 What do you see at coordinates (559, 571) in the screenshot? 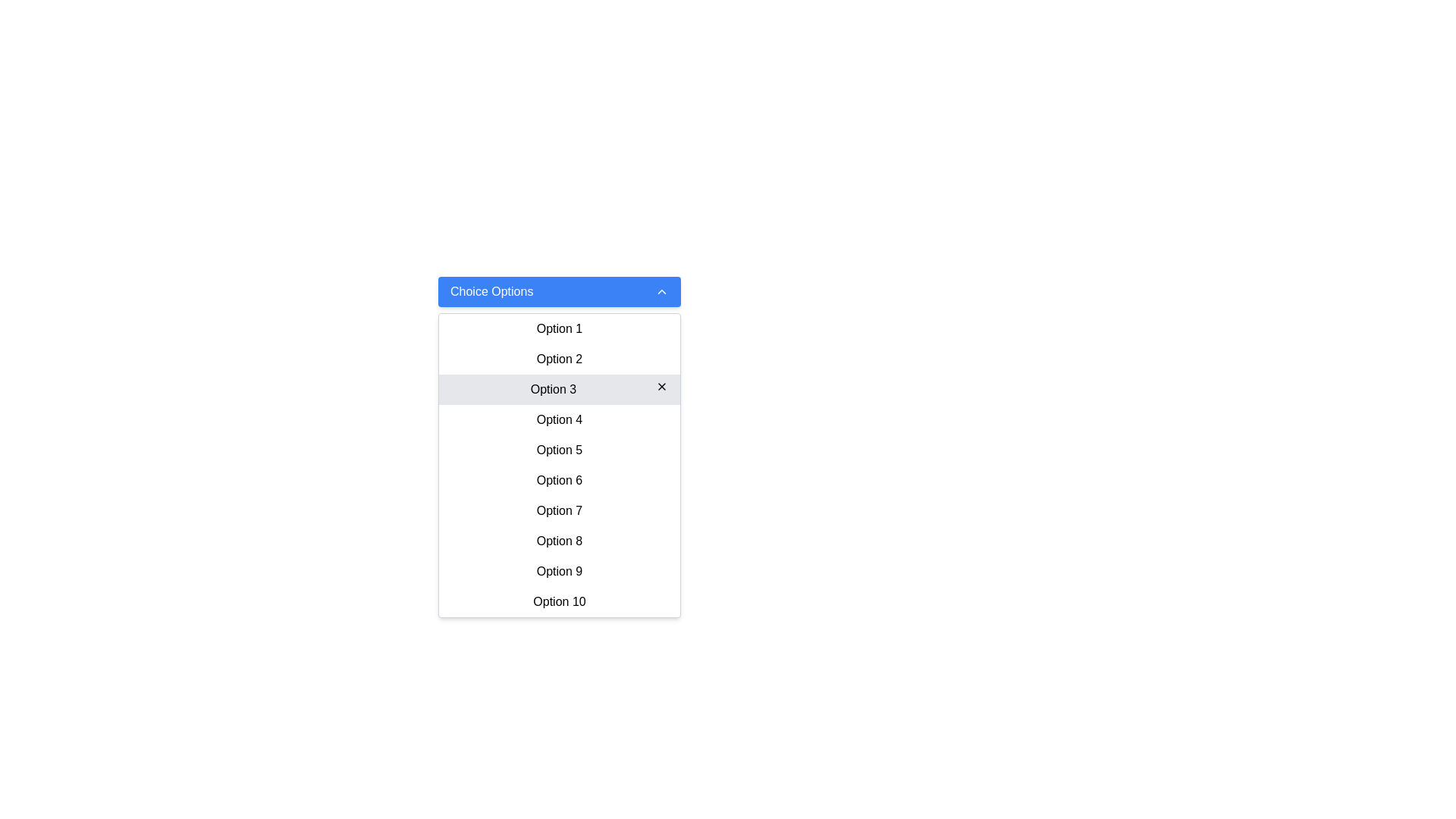
I see `the text label representing 'Option 9' in the dropdown menu` at bounding box center [559, 571].